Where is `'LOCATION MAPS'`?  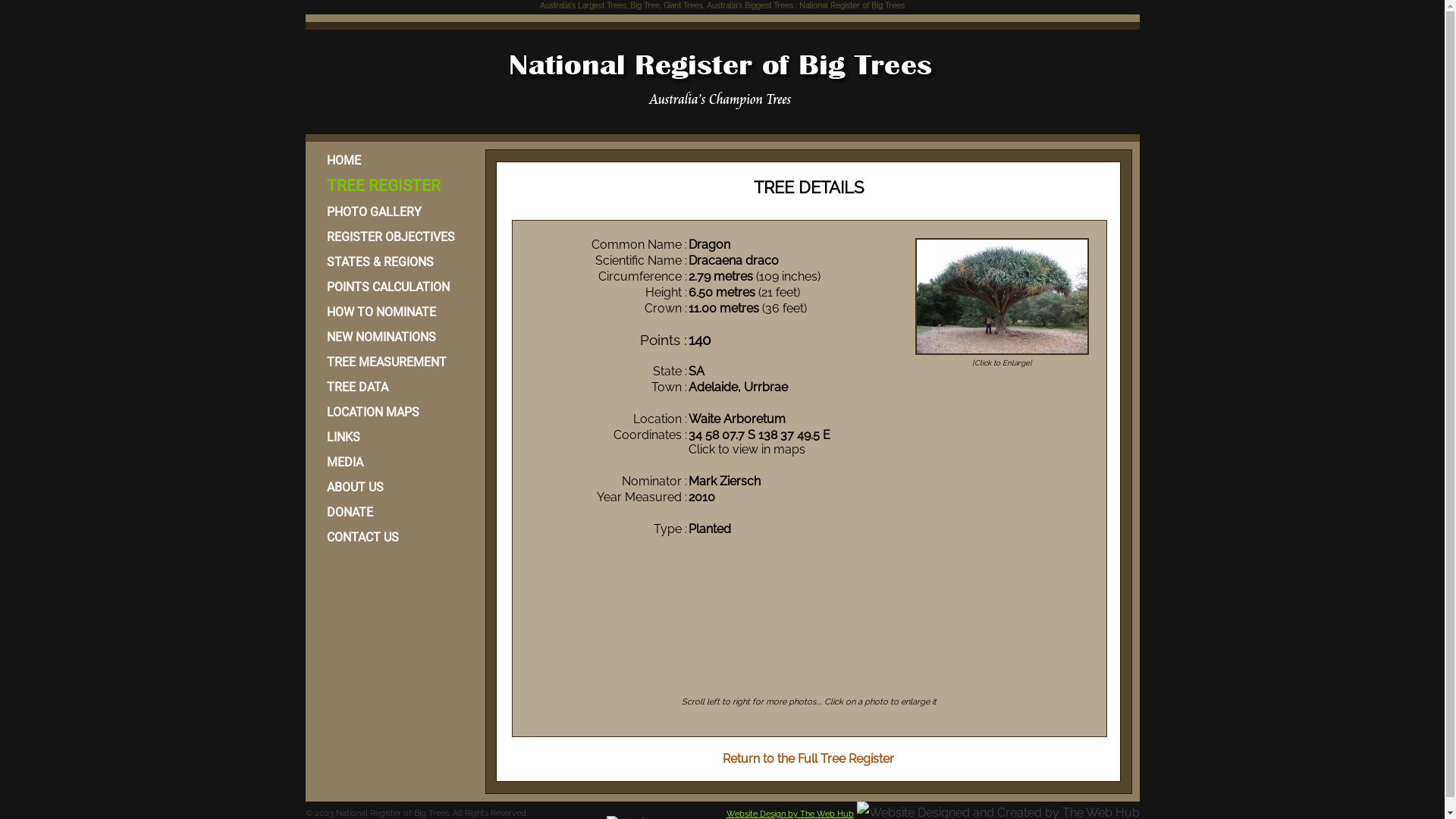
'LOCATION MAPS' is located at coordinates (393, 412).